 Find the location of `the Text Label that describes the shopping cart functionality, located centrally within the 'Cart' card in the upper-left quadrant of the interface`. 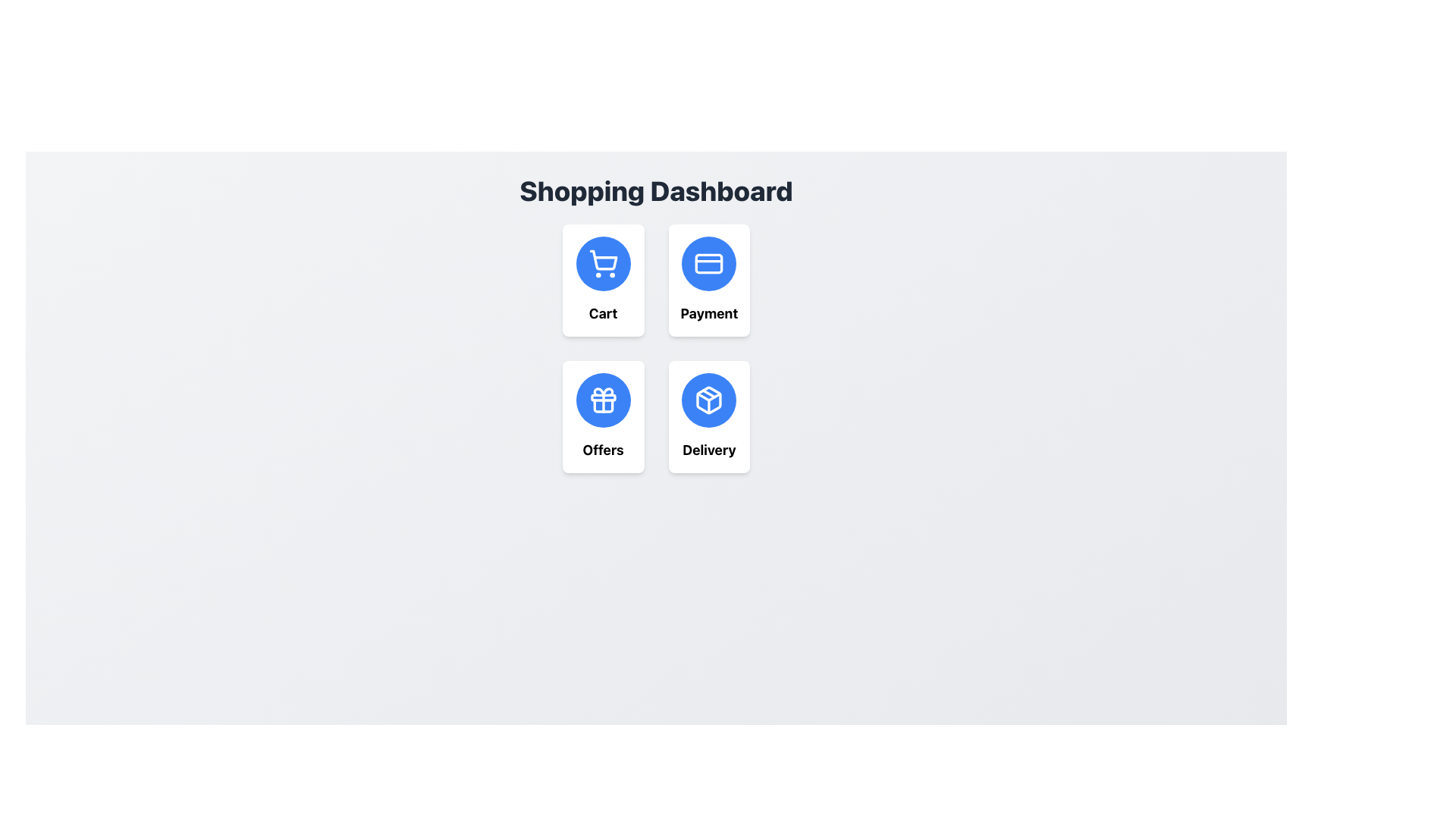

the Text Label that describes the shopping cart functionality, located centrally within the 'Cart' card in the upper-left quadrant of the interface is located at coordinates (602, 312).